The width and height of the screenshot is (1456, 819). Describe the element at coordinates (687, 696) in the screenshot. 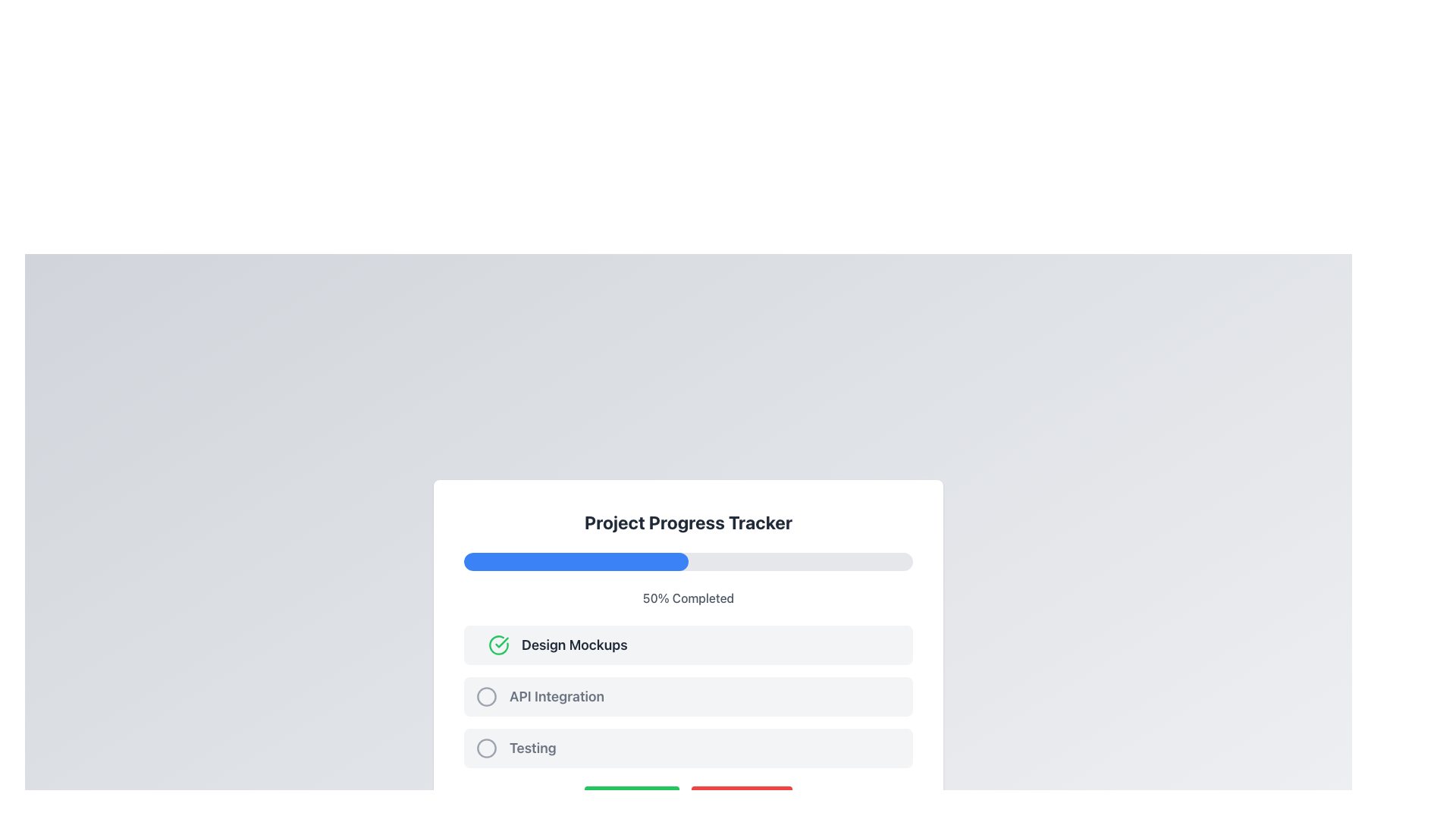

I see `the 'API Integration' list item in the Project Progress Tracker` at that location.